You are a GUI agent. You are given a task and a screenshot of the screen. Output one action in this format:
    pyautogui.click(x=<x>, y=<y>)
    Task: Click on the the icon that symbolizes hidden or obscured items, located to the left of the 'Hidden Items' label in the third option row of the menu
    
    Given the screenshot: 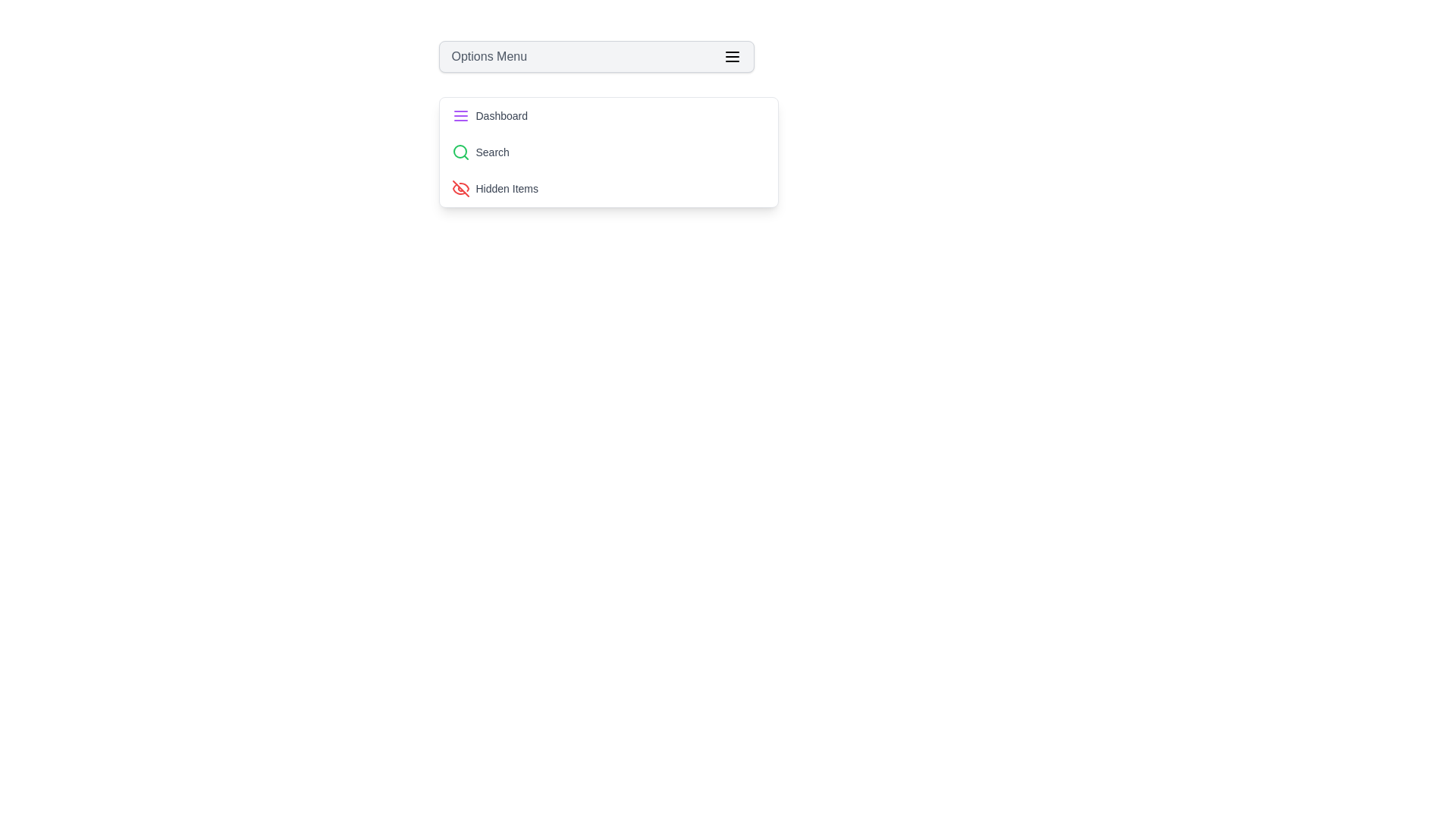 What is the action you would take?
    pyautogui.click(x=460, y=188)
    